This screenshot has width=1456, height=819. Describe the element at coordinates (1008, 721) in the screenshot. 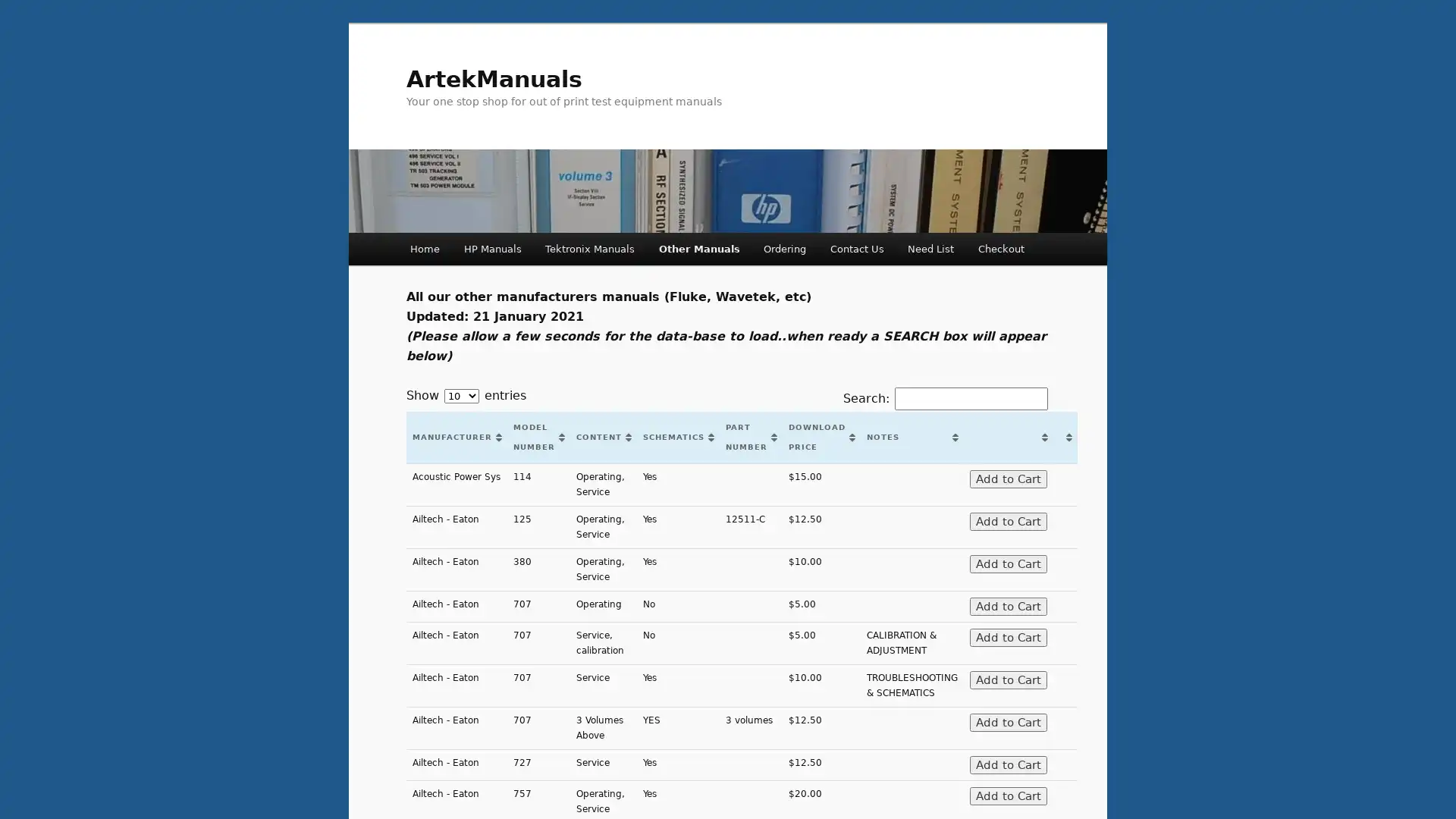

I see `Add to Cart` at that location.